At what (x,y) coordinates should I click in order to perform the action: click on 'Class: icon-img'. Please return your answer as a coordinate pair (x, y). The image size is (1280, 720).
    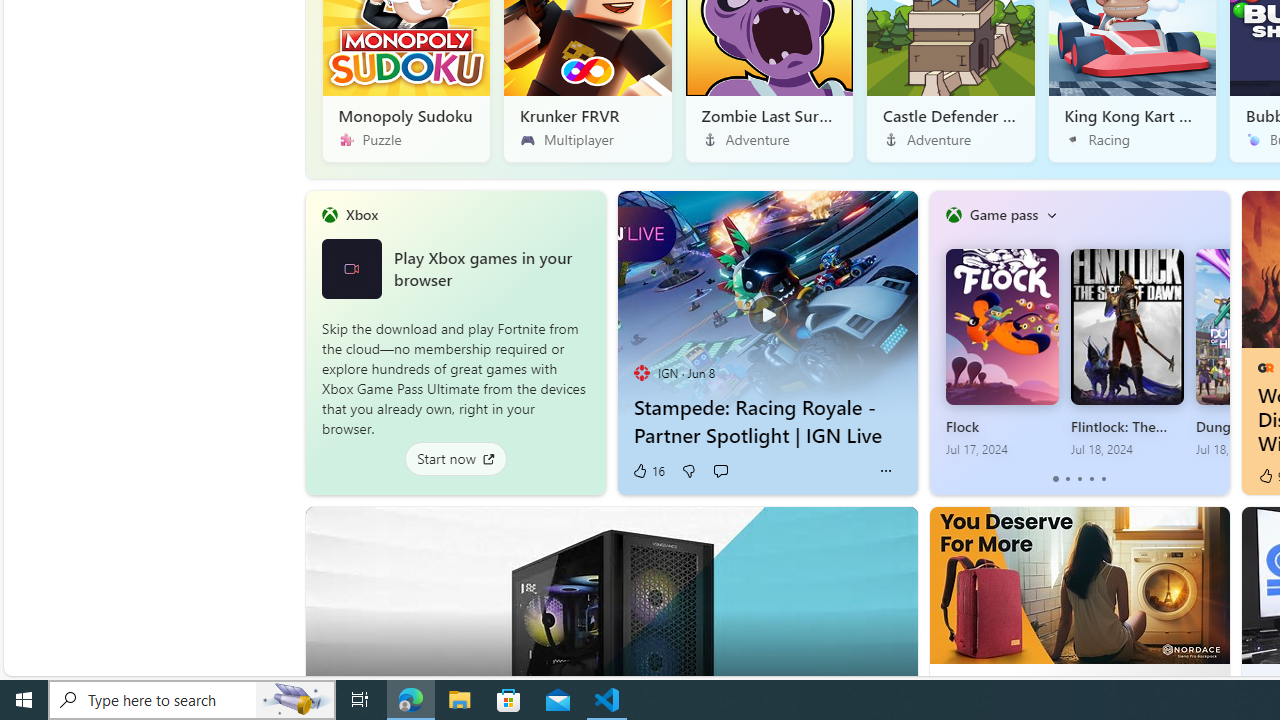
    Looking at the image, I should click on (1050, 214).